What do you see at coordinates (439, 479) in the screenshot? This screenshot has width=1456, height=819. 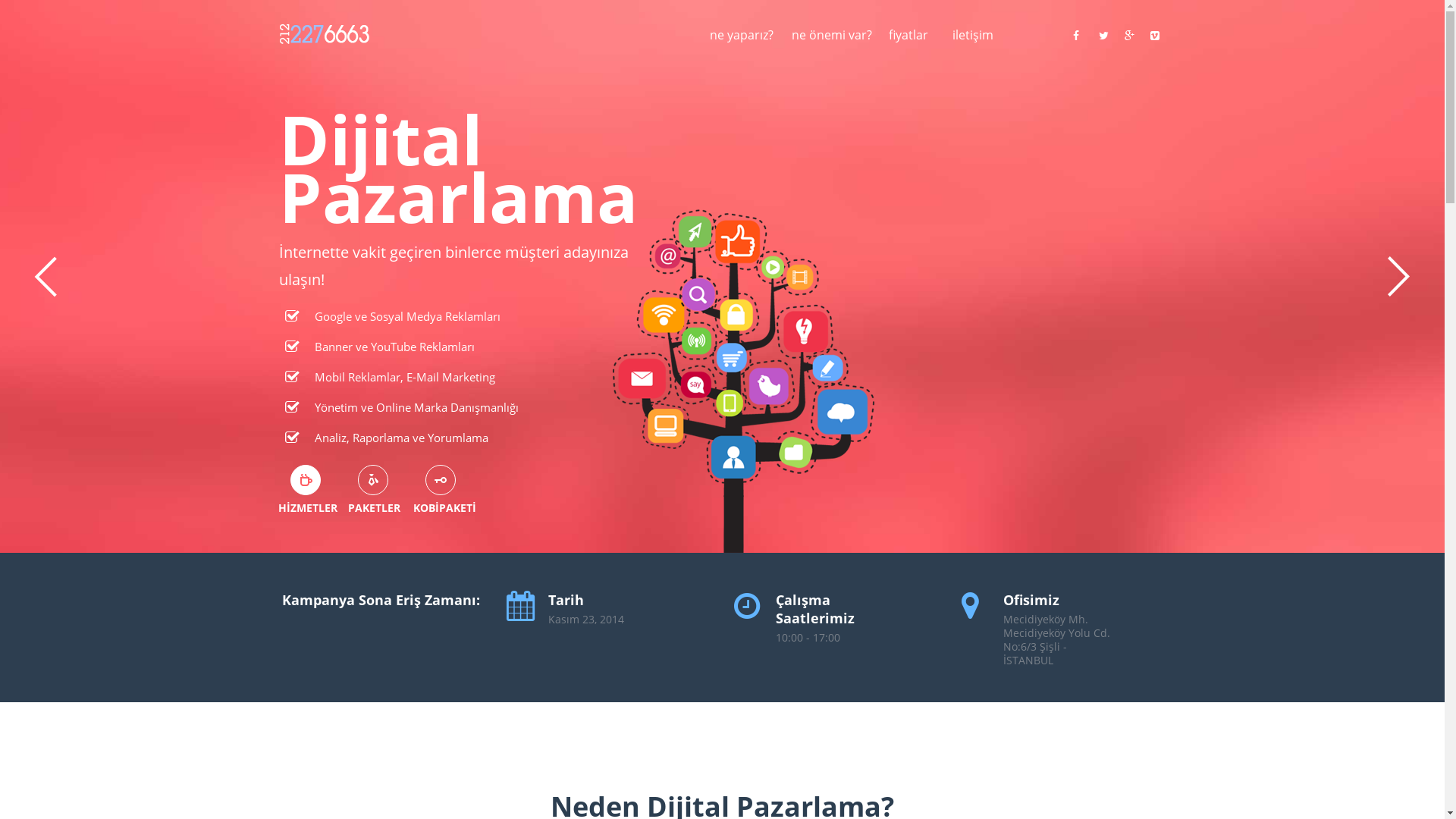 I see `'KOBIPAKETI'` at bounding box center [439, 479].